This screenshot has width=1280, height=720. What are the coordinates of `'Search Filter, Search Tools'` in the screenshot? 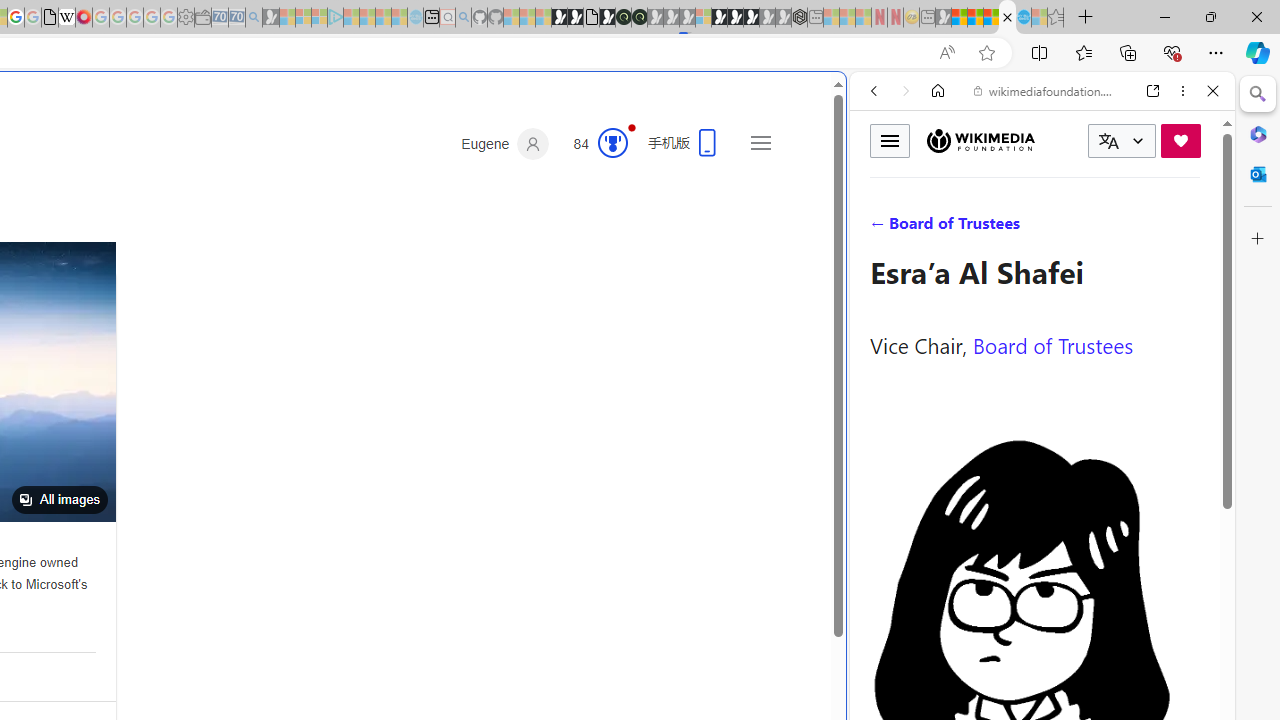 It's located at (1092, 227).